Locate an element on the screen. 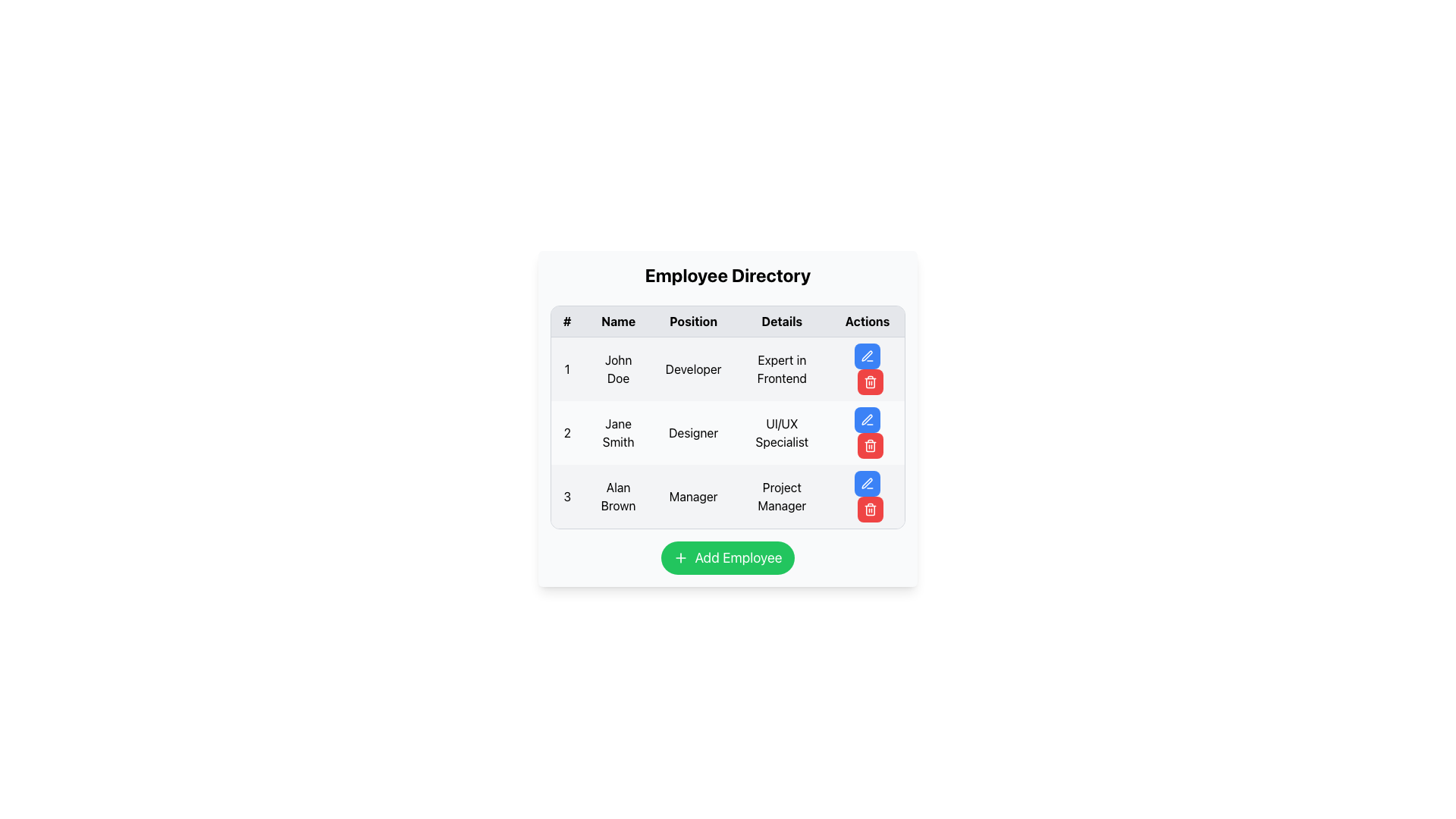  the delete button in the 'Actions' column of the second row for 'Jane Smith' in the 'Employee Directory' is located at coordinates (868, 432).